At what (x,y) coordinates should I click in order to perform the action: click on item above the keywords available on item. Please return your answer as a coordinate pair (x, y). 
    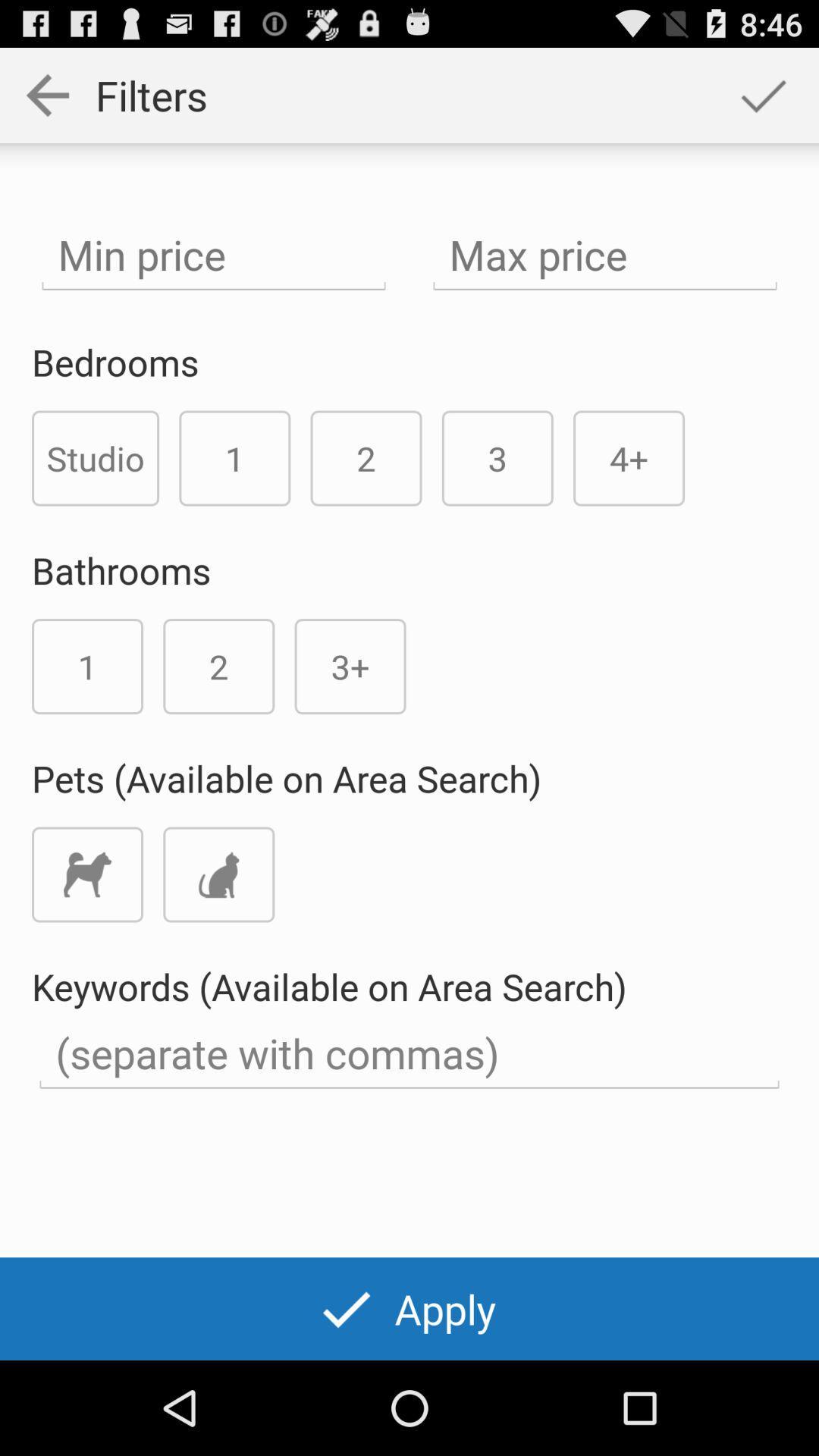
    Looking at the image, I should click on (87, 874).